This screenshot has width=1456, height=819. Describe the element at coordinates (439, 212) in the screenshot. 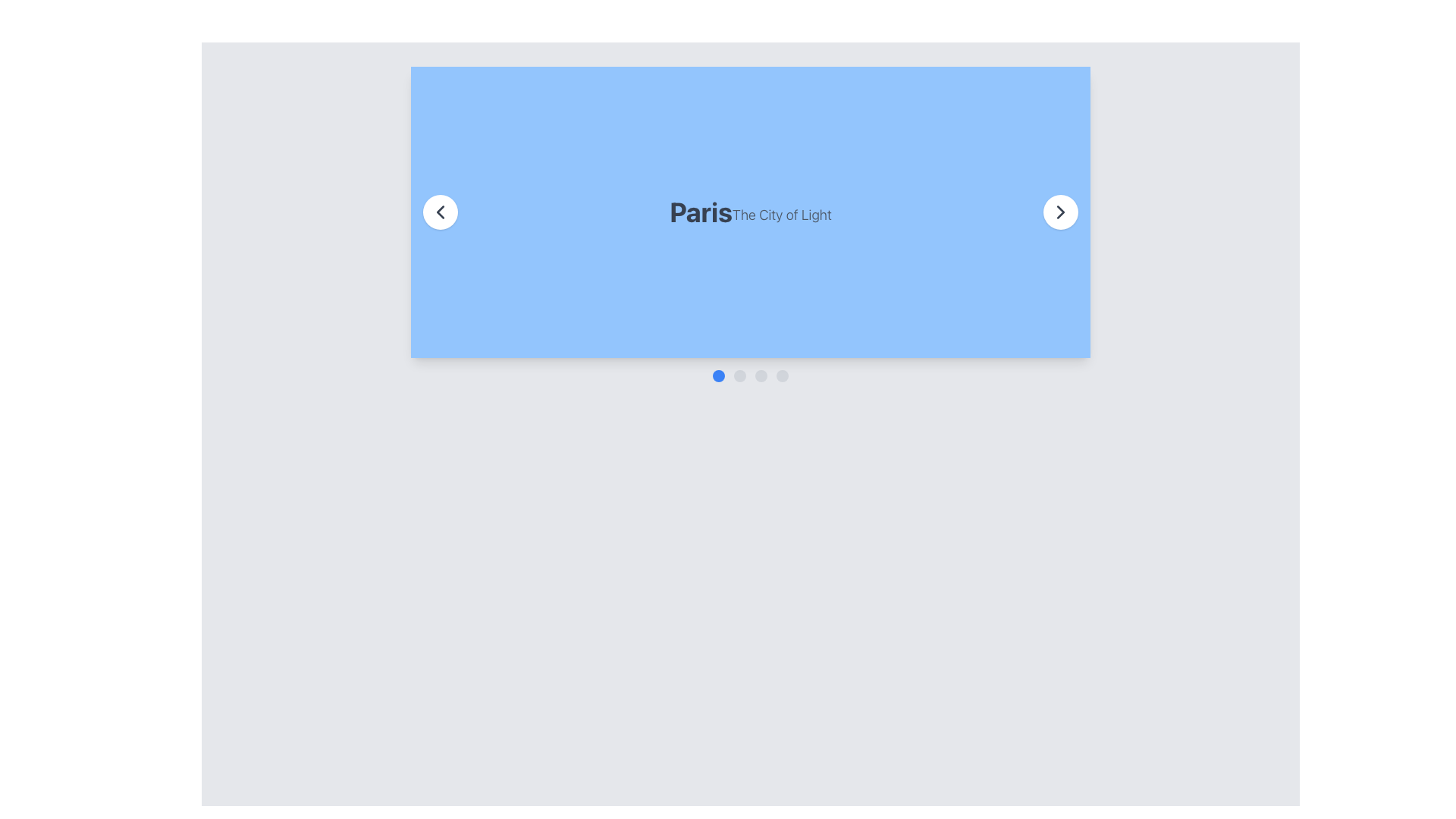

I see `the left-pointing chevron icon within the circular button on the left side of the 'Paris' section` at that location.